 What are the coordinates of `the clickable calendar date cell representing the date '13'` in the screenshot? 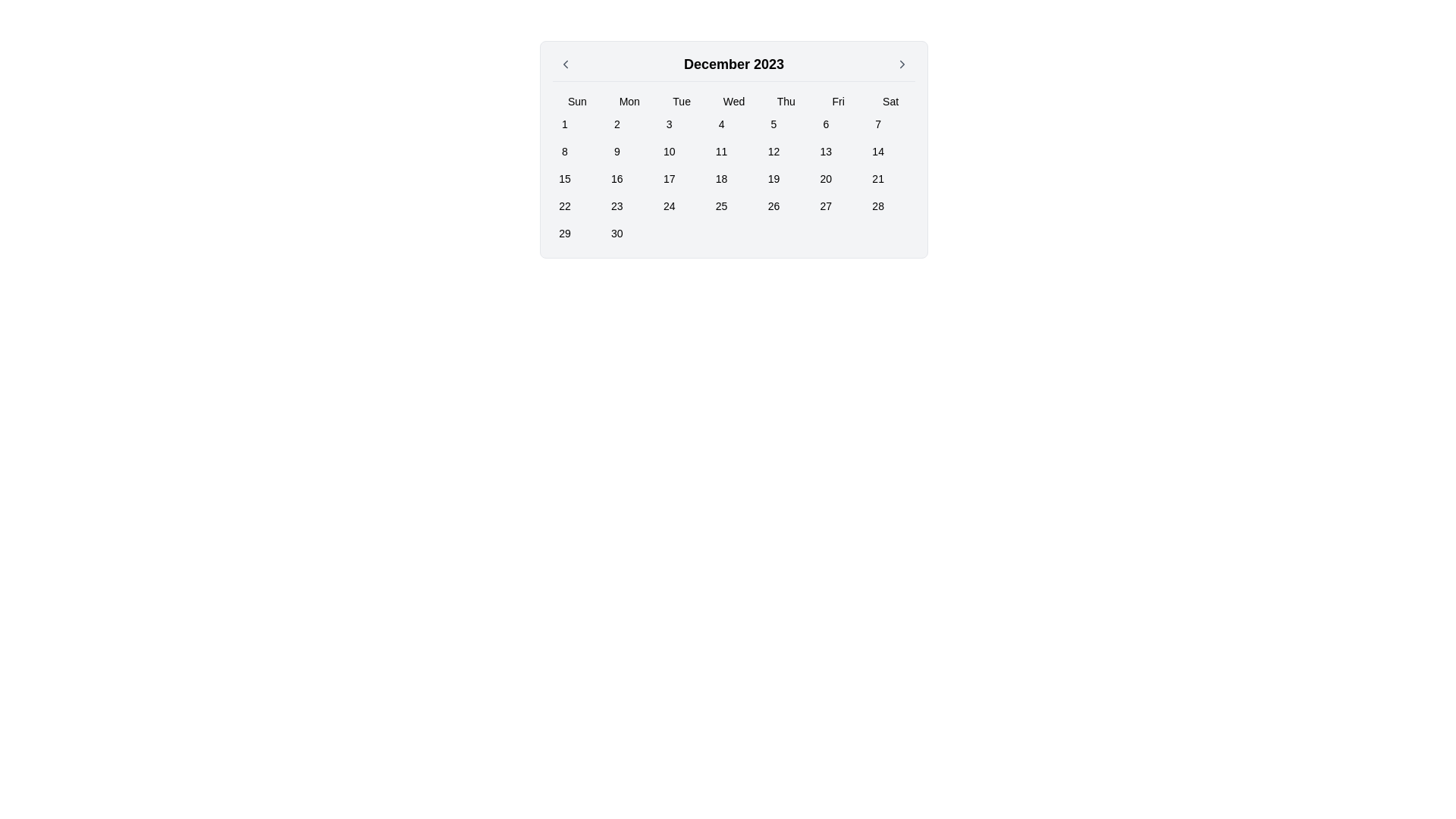 It's located at (825, 152).